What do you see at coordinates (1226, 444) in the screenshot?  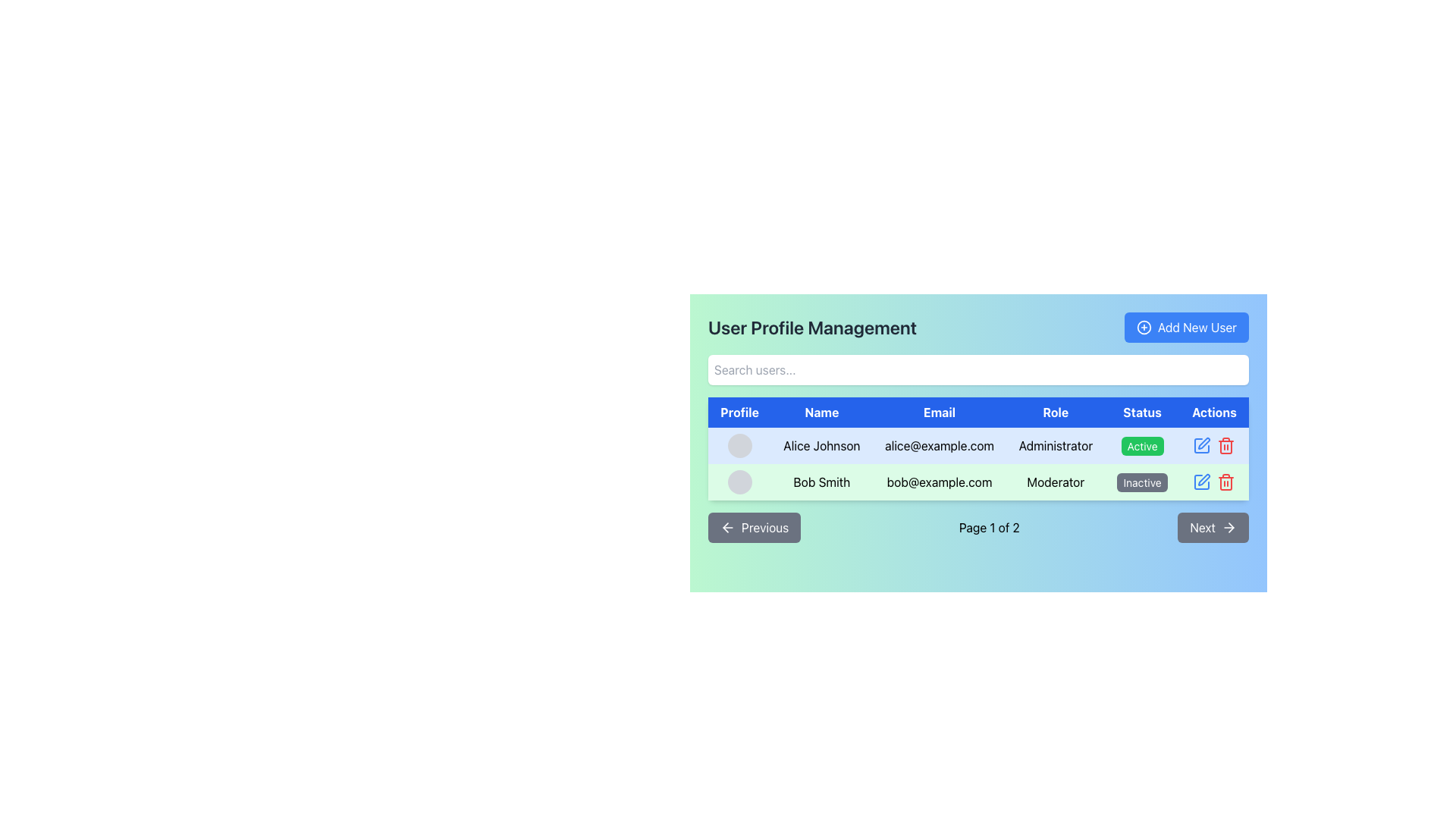 I see `the delete button icon for user 'Alice Johnson' in the 'Actions' column` at bounding box center [1226, 444].